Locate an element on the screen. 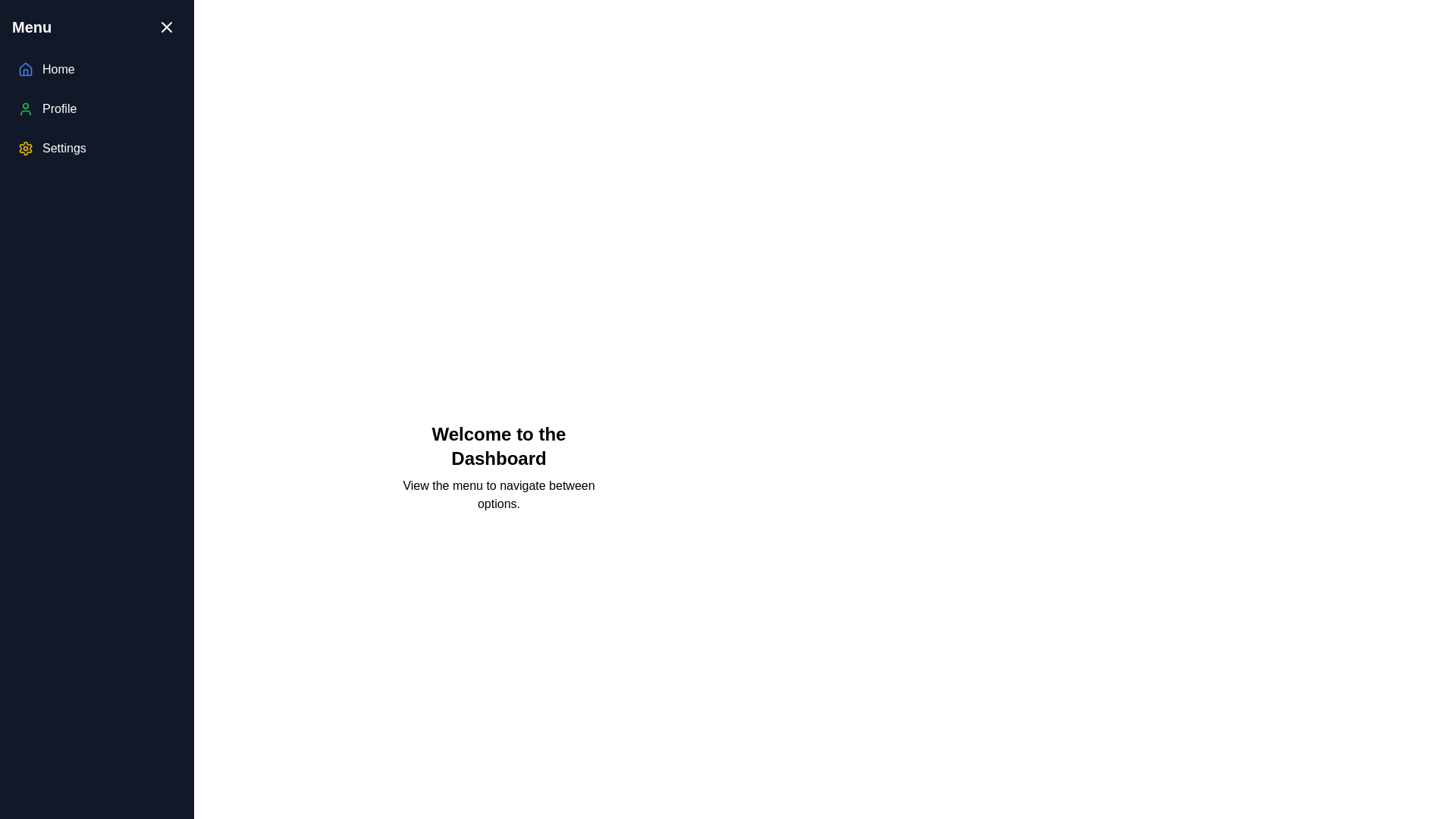 The height and width of the screenshot is (819, 1456). the Close icon located at the top-right corner of the navigation menu panel, which is a decorative graphic used to dismiss or close the navigation menu is located at coordinates (167, 27).